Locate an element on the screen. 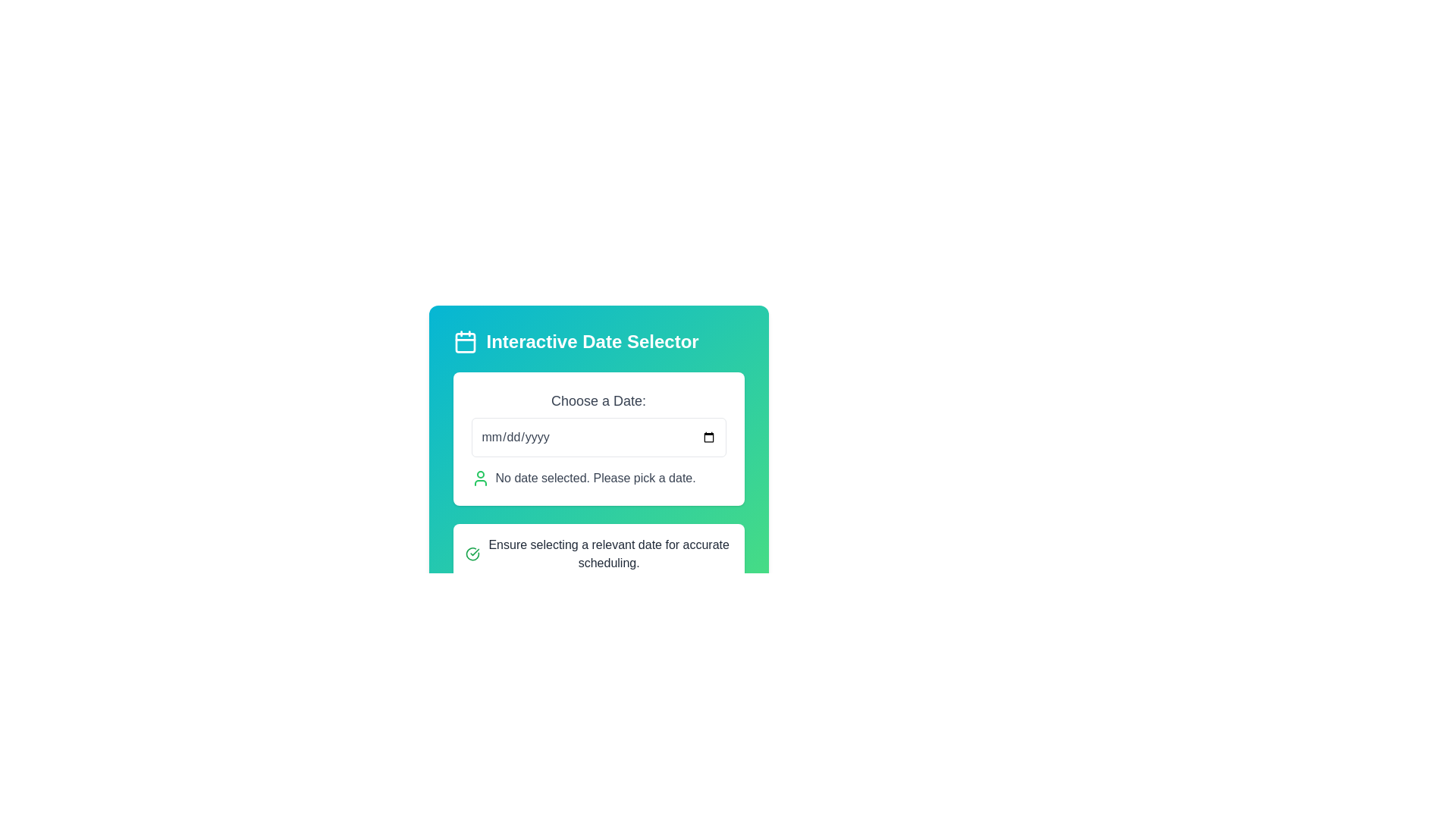 Image resolution: width=1456 pixels, height=819 pixels. the circular green icon with a checkmark, which indicates confirmation or success, located to the left of the text 'Ensure selecting a relevant date for accurate scheduling.' is located at coordinates (472, 554).